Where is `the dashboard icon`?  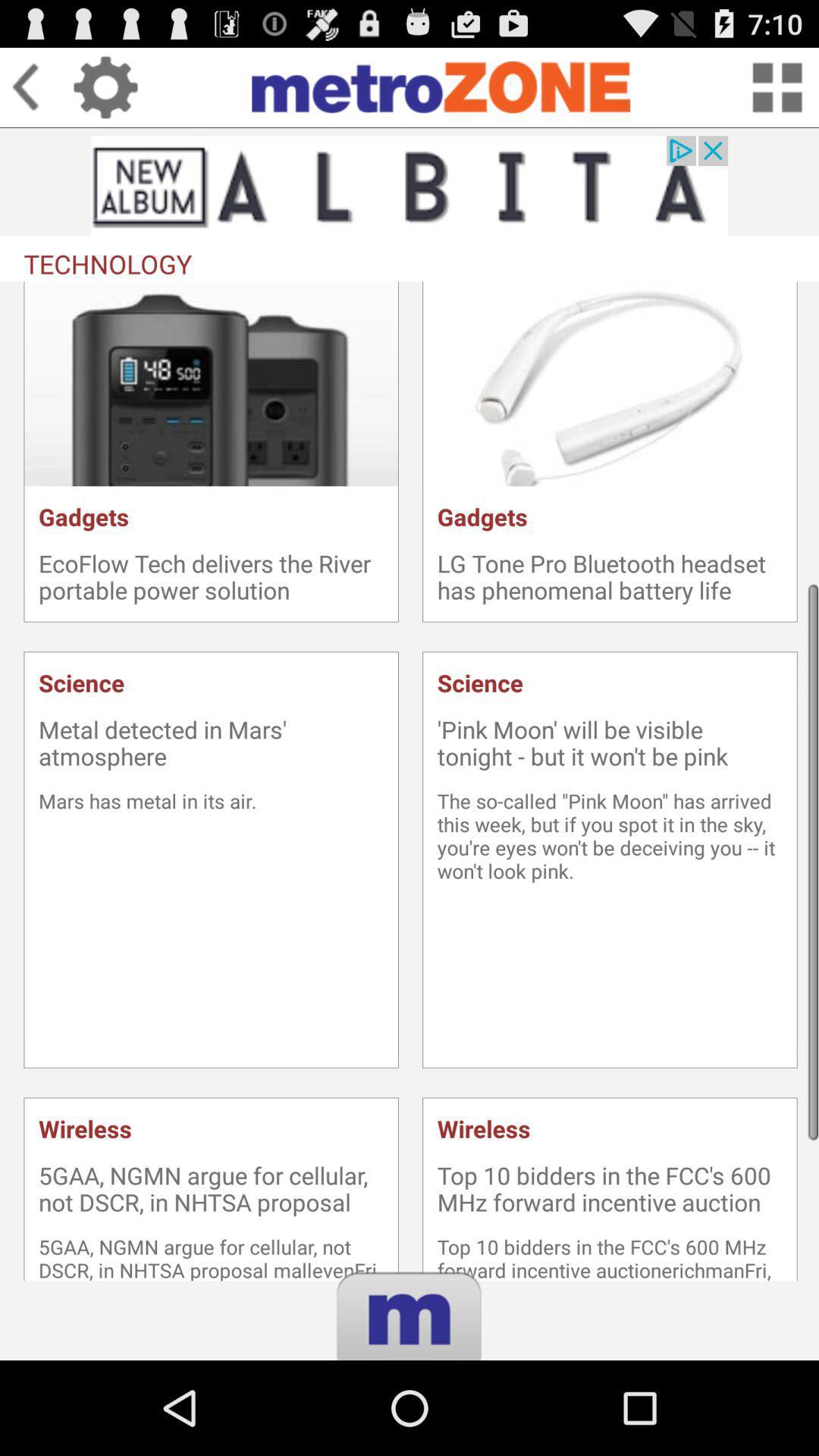
the dashboard icon is located at coordinates (777, 93).